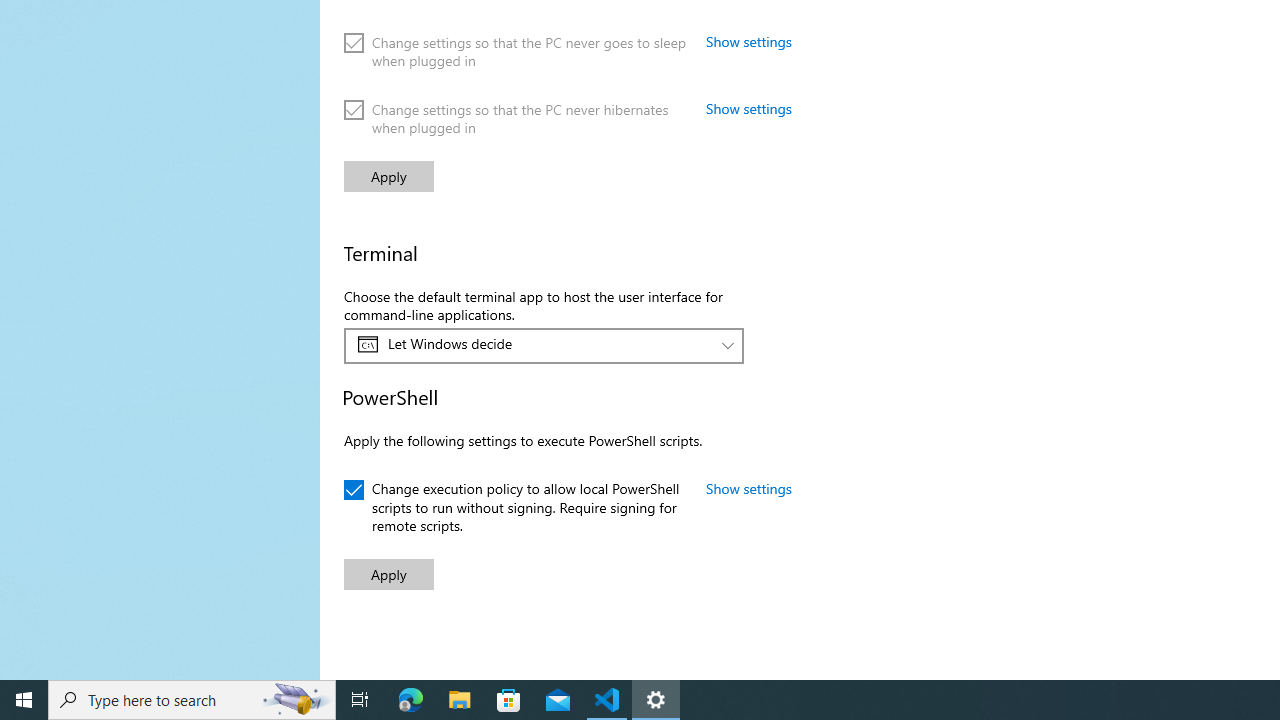  I want to click on 'Settings - 1 running window', so click(656, 698).